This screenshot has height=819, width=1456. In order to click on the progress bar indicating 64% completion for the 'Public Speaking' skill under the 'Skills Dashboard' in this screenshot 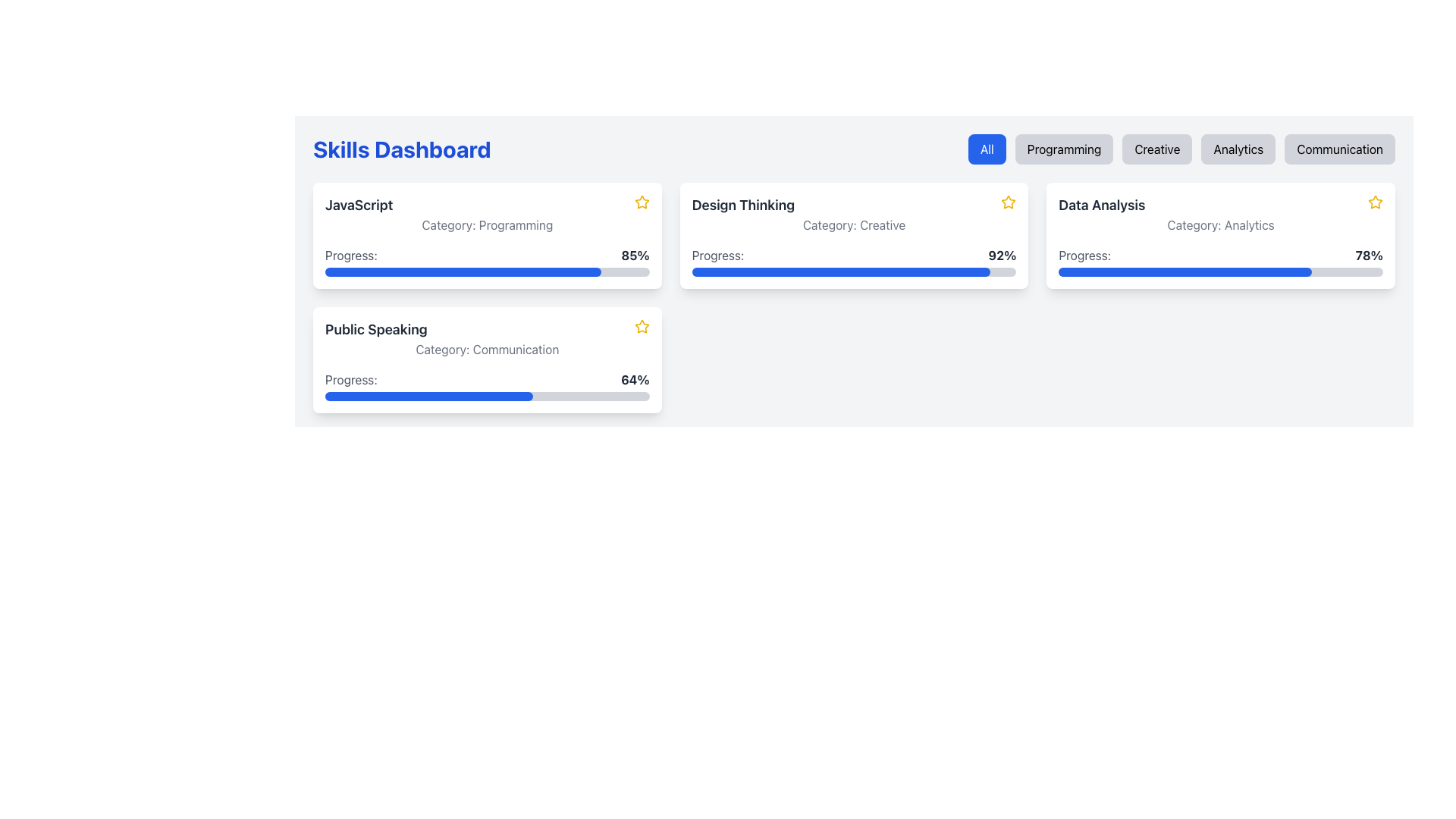, I will do `click(487, 385)`.